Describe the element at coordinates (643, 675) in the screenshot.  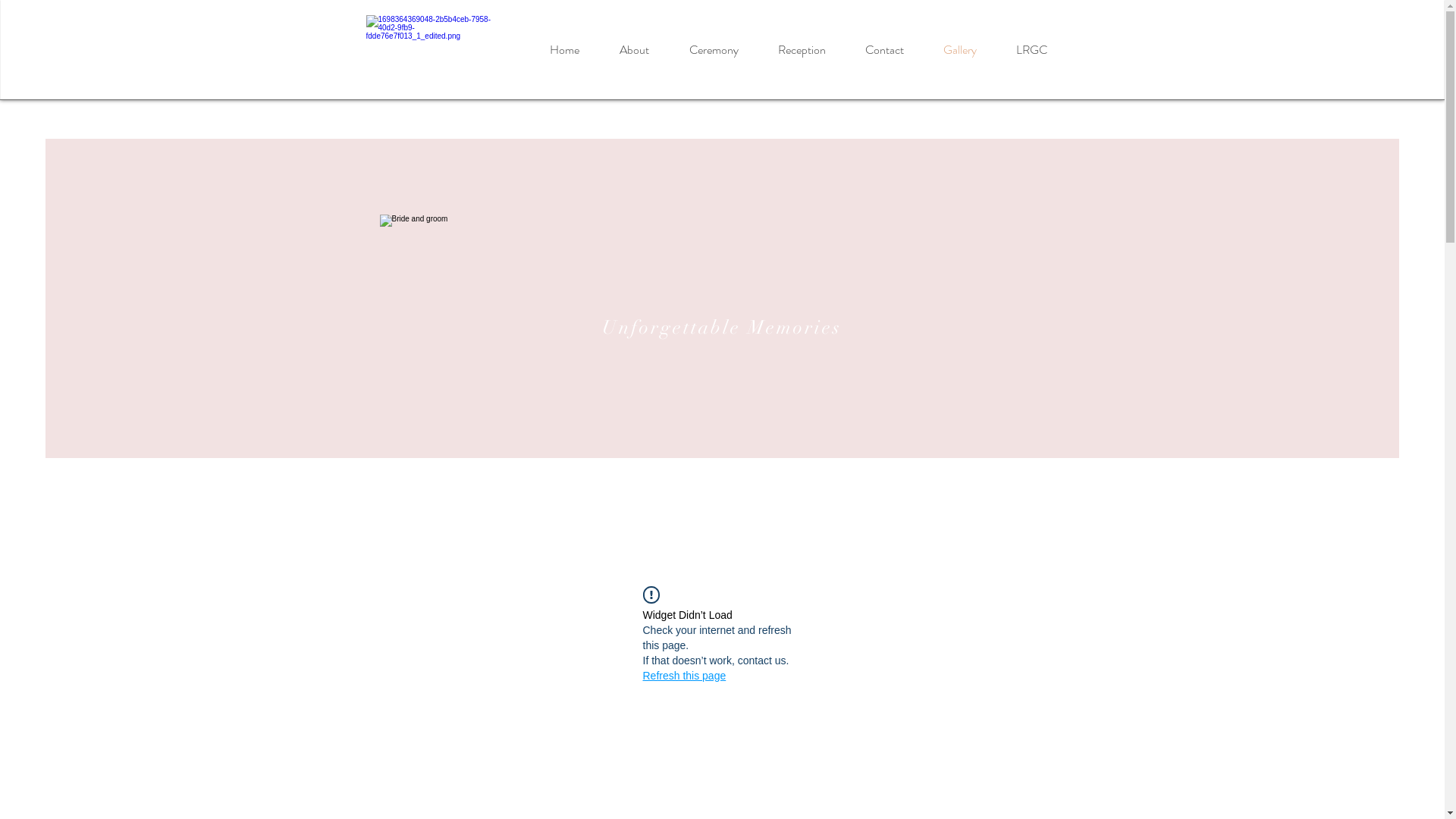
I see `'Refresh this page'` at that location.